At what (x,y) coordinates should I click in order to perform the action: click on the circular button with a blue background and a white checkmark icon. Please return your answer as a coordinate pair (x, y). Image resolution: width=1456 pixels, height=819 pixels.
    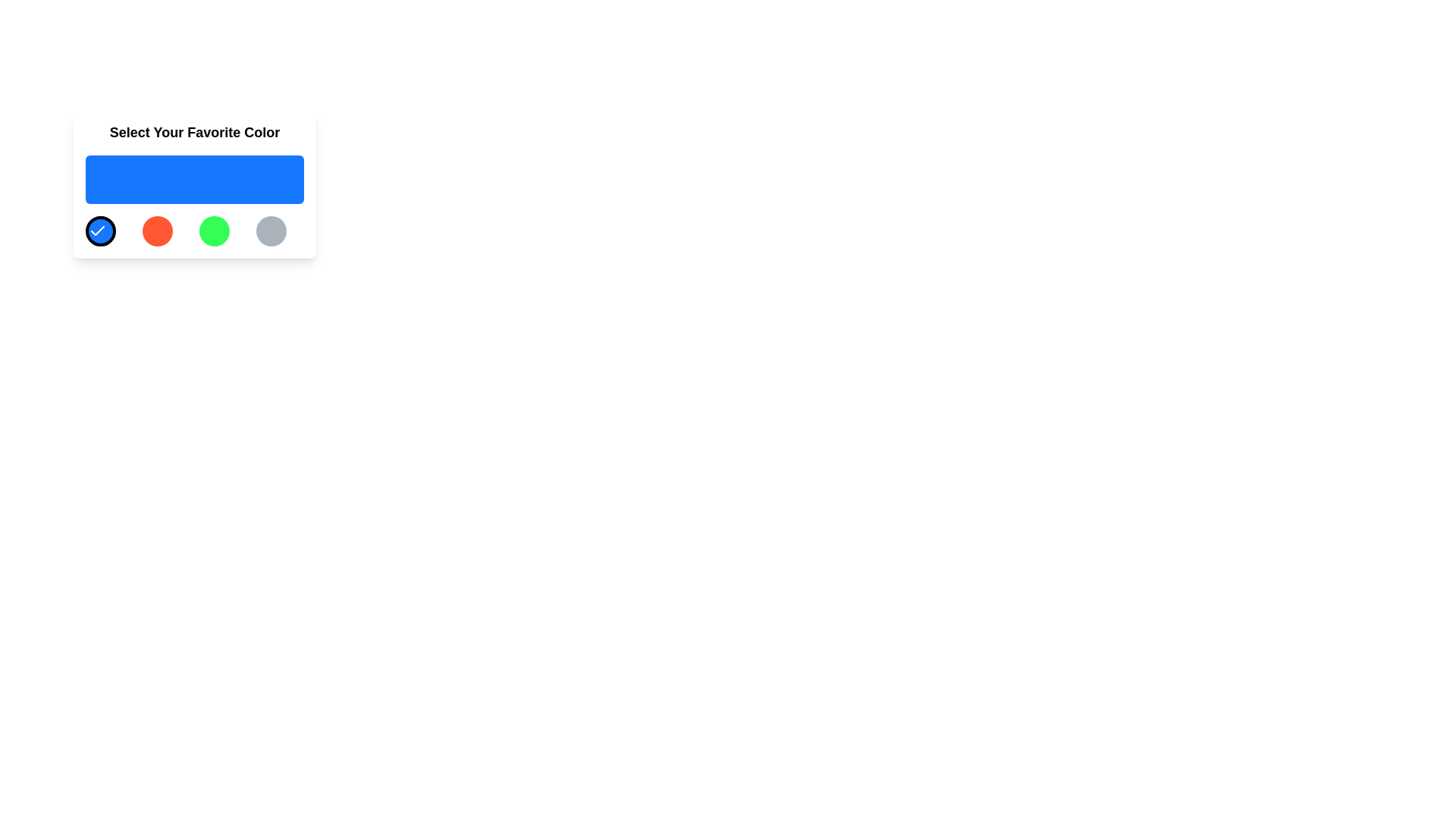
    Looking at the image, I should click on (100, 231).